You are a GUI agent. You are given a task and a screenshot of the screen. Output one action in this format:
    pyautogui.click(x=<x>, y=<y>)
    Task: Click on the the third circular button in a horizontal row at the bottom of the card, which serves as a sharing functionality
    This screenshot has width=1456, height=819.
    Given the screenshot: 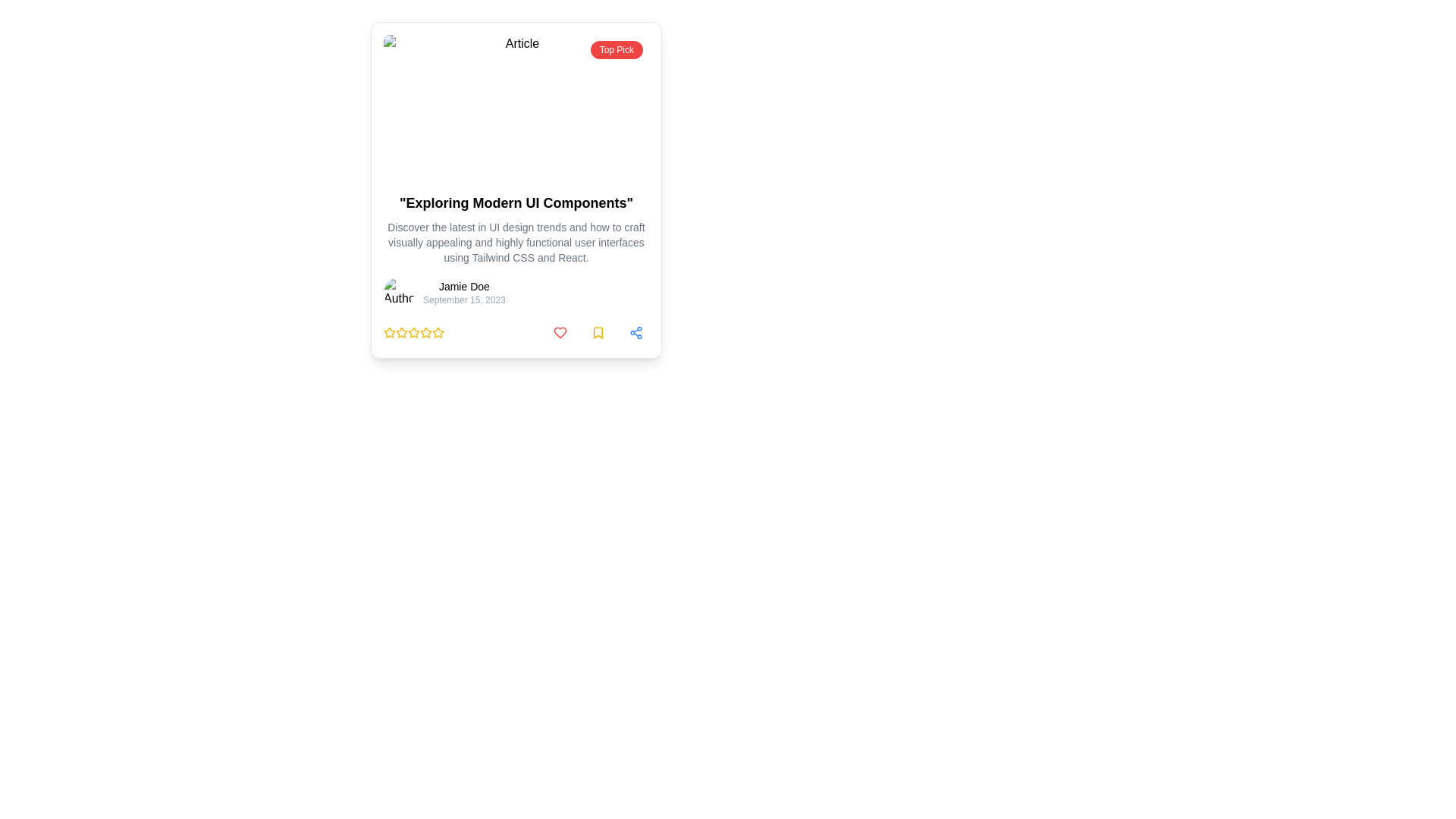 What is the action you would take?
    pyautogui.click(x=636, y=332)
    